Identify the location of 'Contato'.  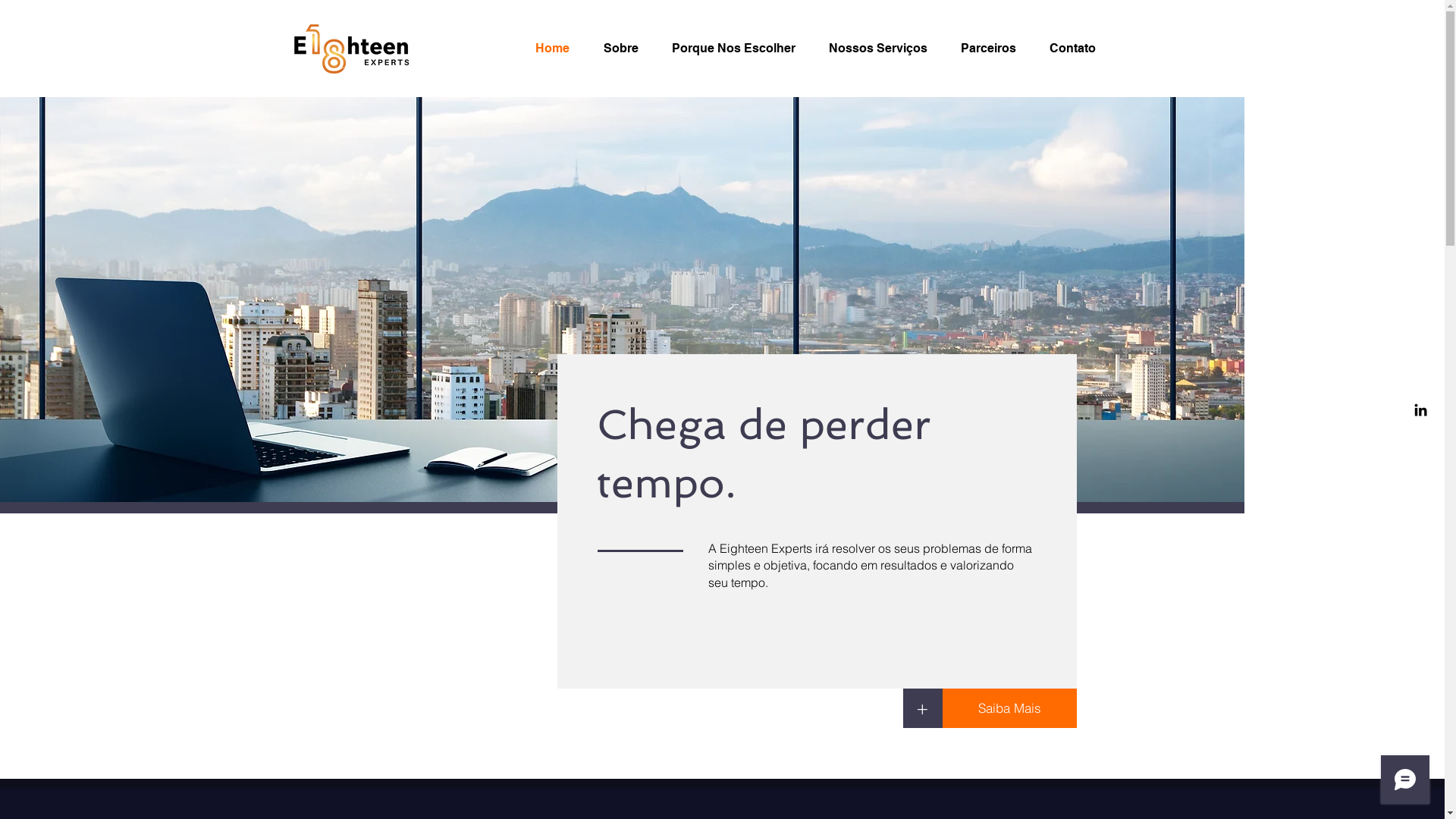
(1076, 48).